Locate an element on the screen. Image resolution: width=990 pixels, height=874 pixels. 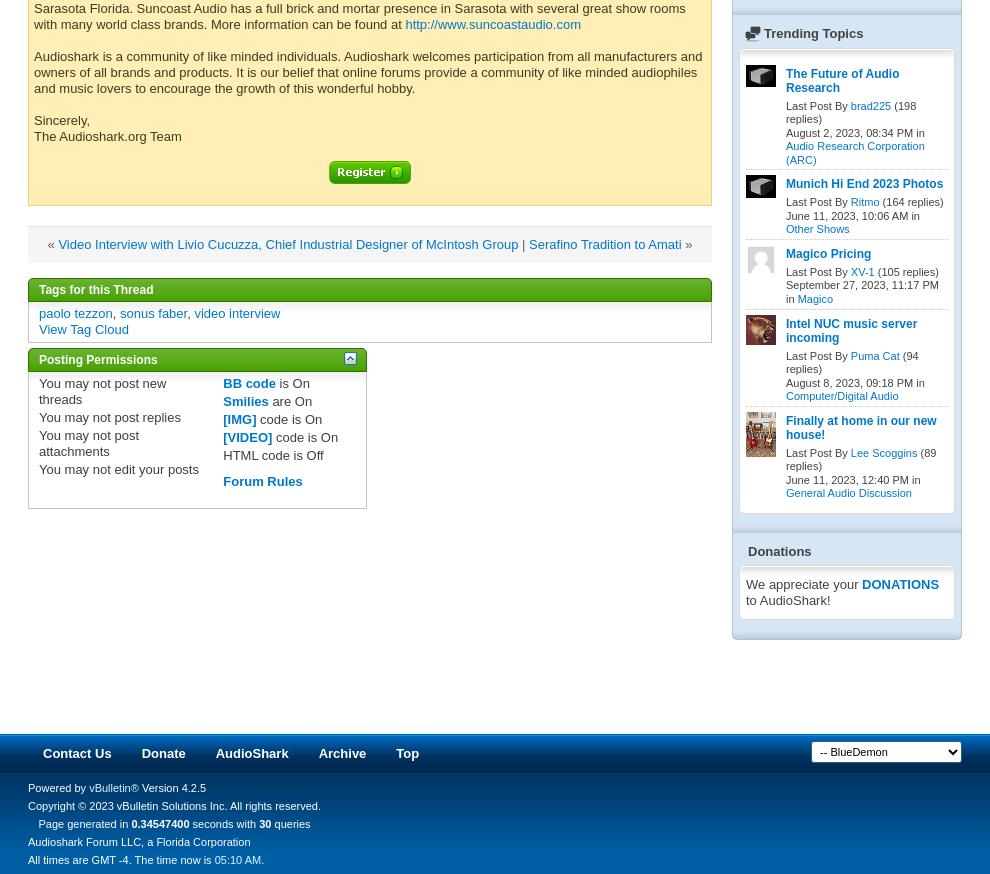
'General Audio Discussion' is located at coordinates (848, 492).